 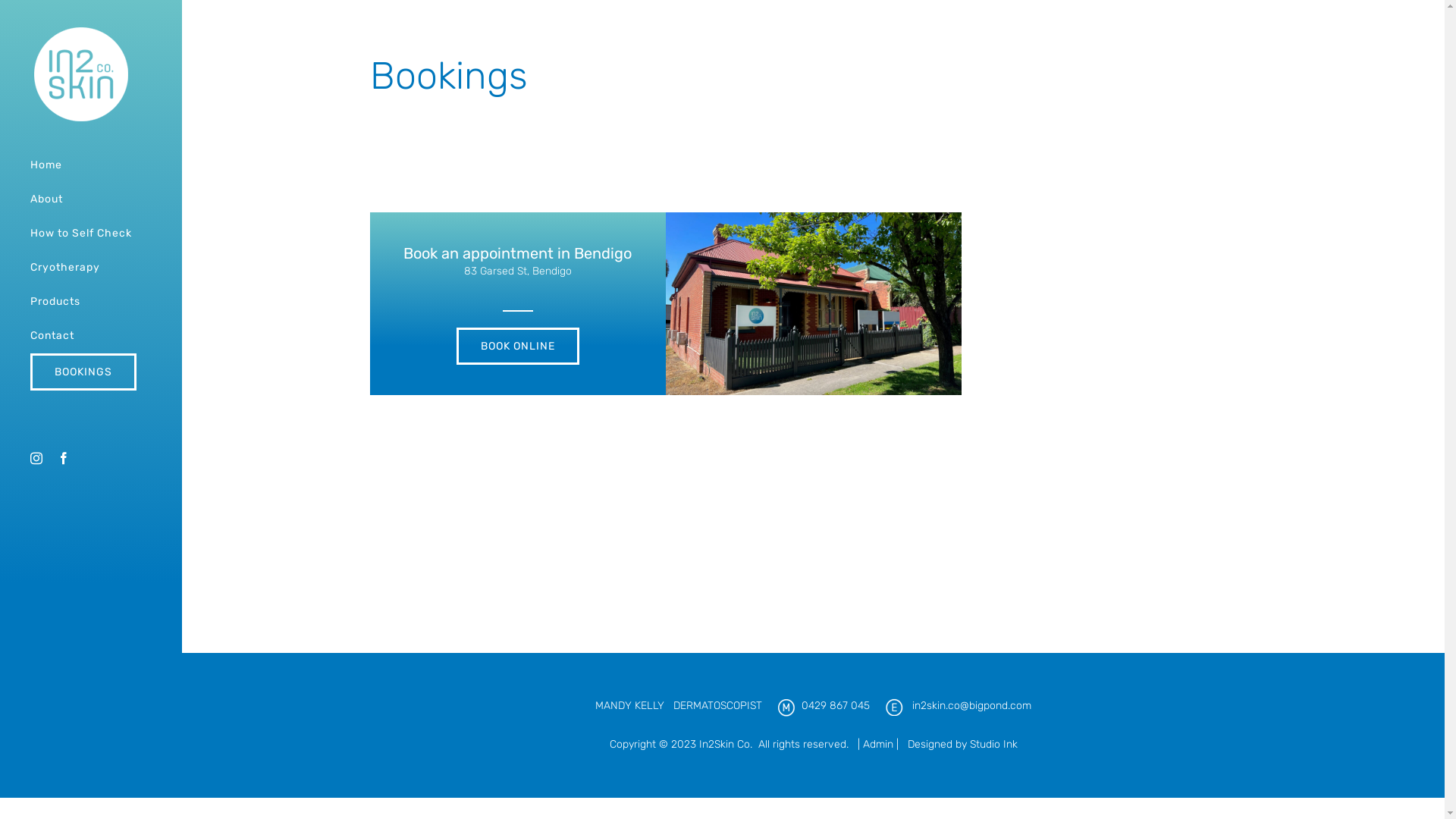 What do you see at coordinates (89, 372) in the screenshot?
I see `'BOOKINGS'` at bounding box center [89, 372].